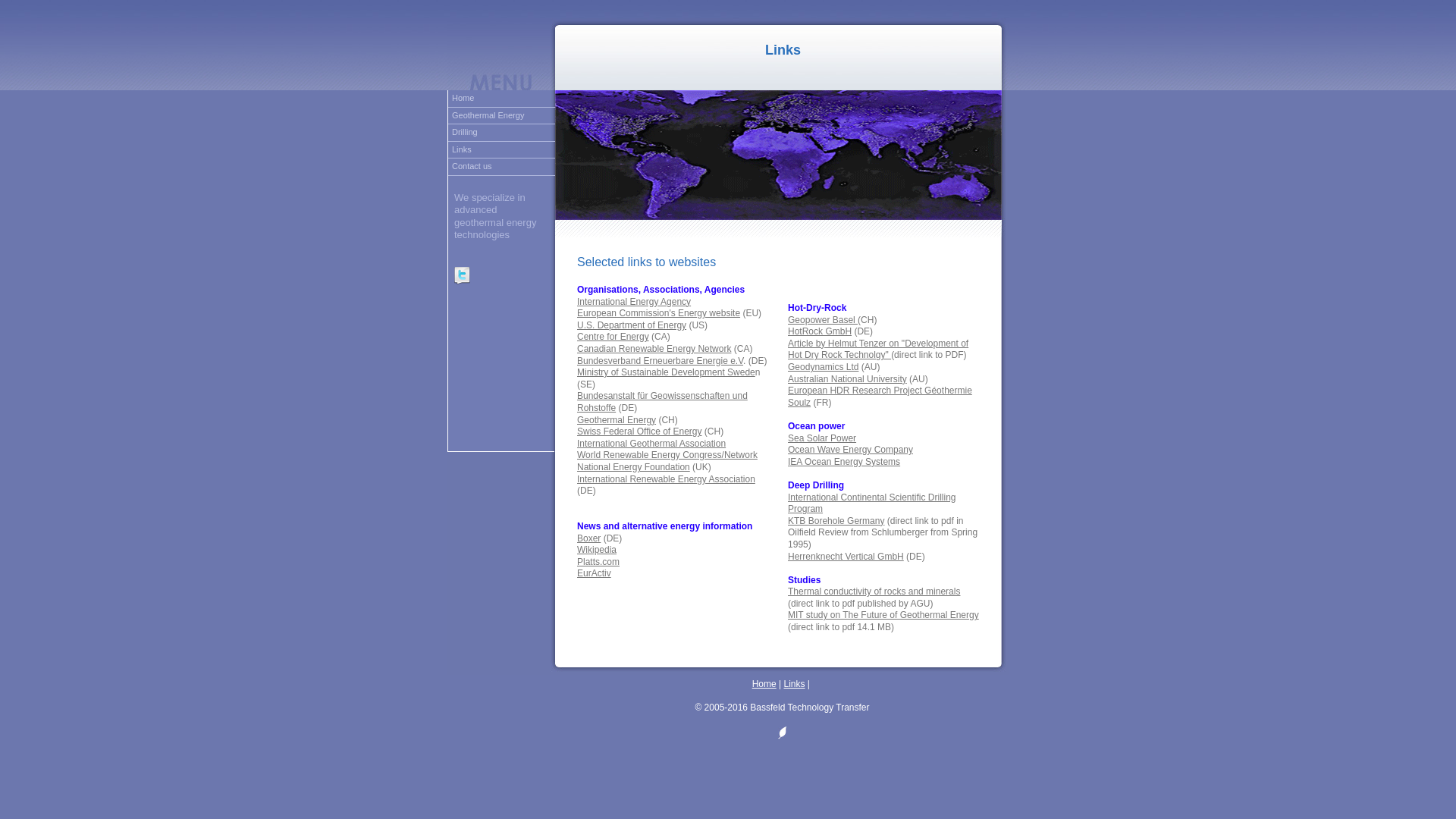  What do you see at coordinates (501, 150) in the screenshot?
I see `'Links'` at bounding box center [501, 150].